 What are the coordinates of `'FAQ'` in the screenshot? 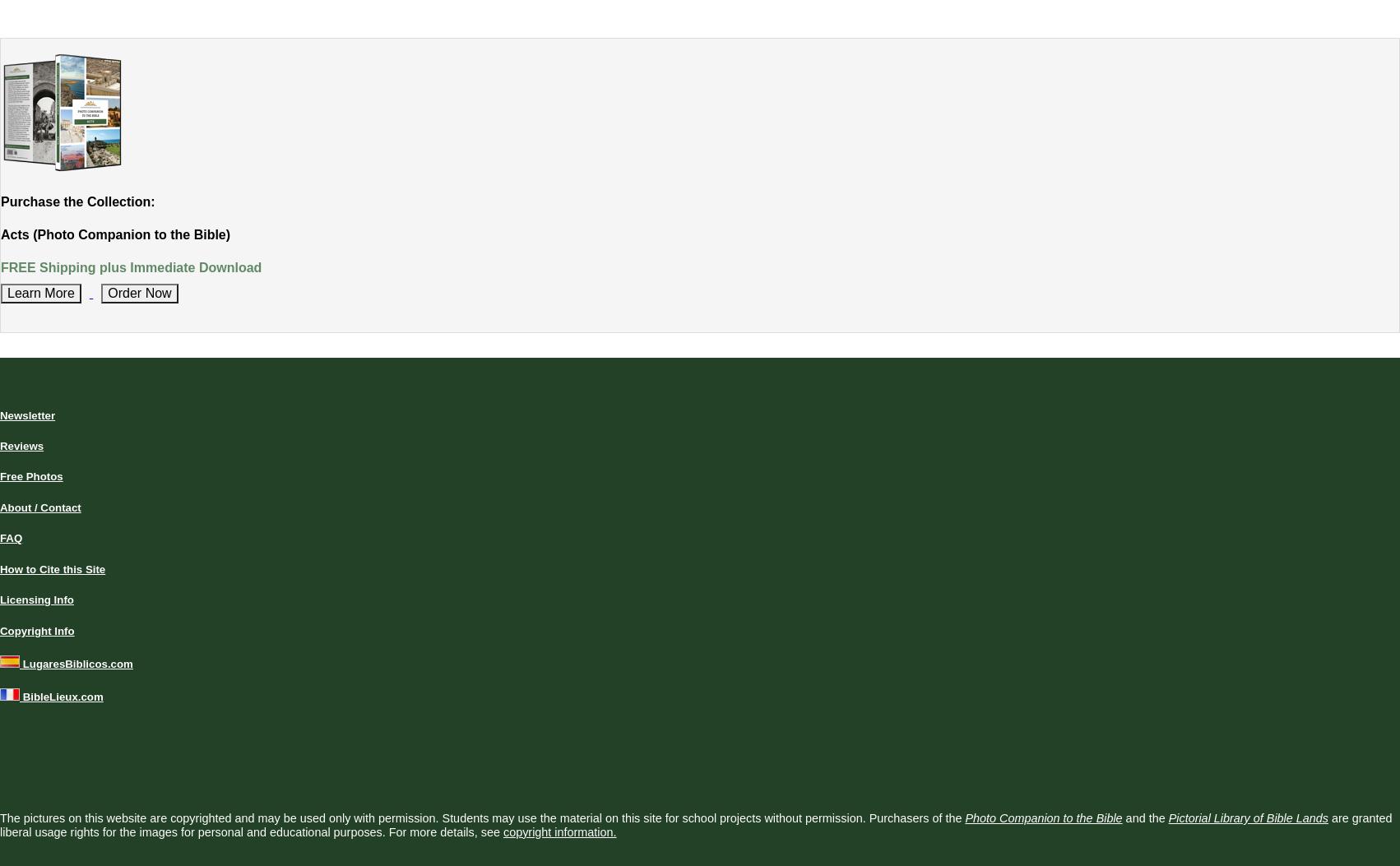 It's located at (11, 537).